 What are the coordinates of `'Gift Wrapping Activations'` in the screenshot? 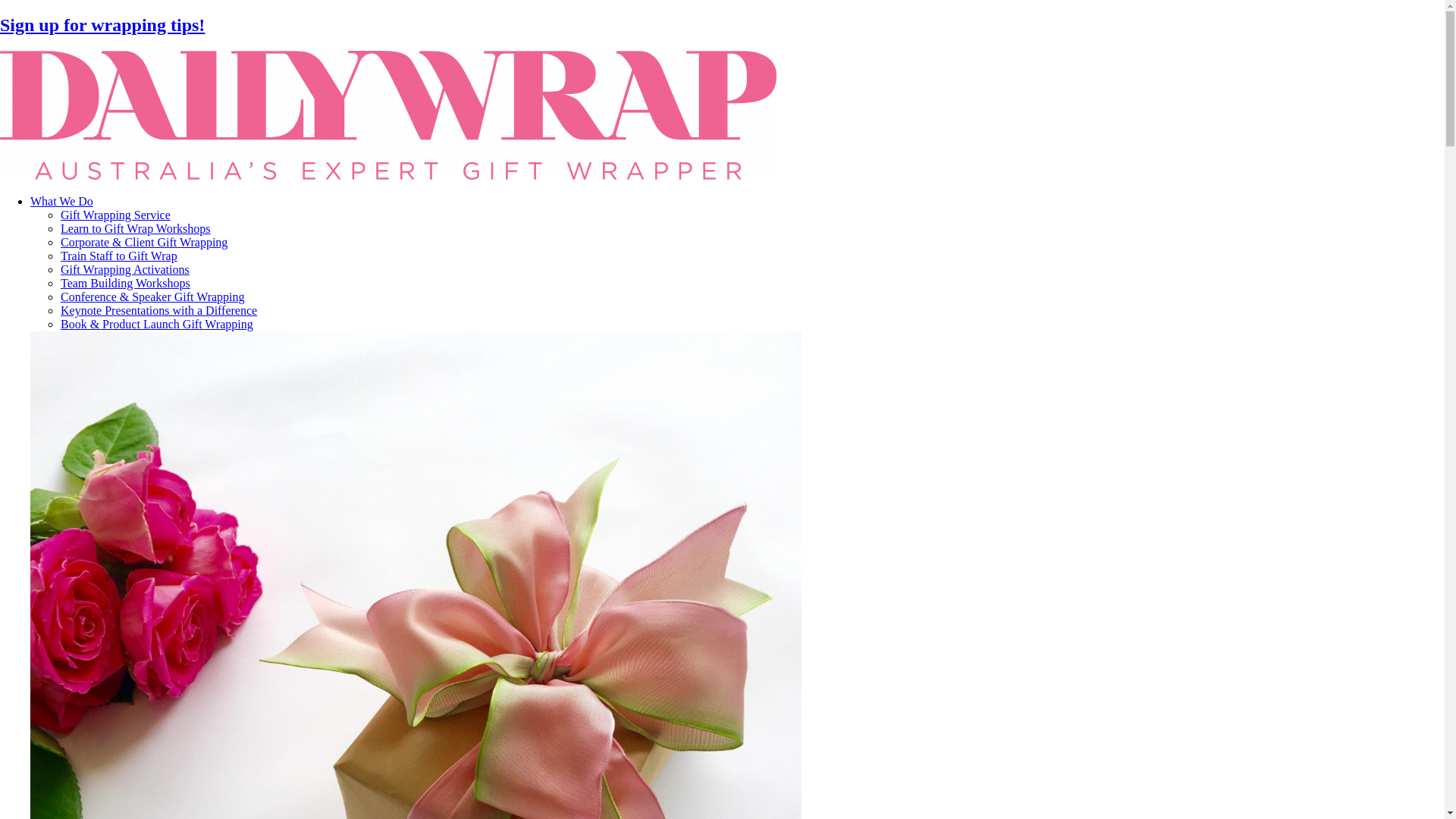 It's located at (124, 268).